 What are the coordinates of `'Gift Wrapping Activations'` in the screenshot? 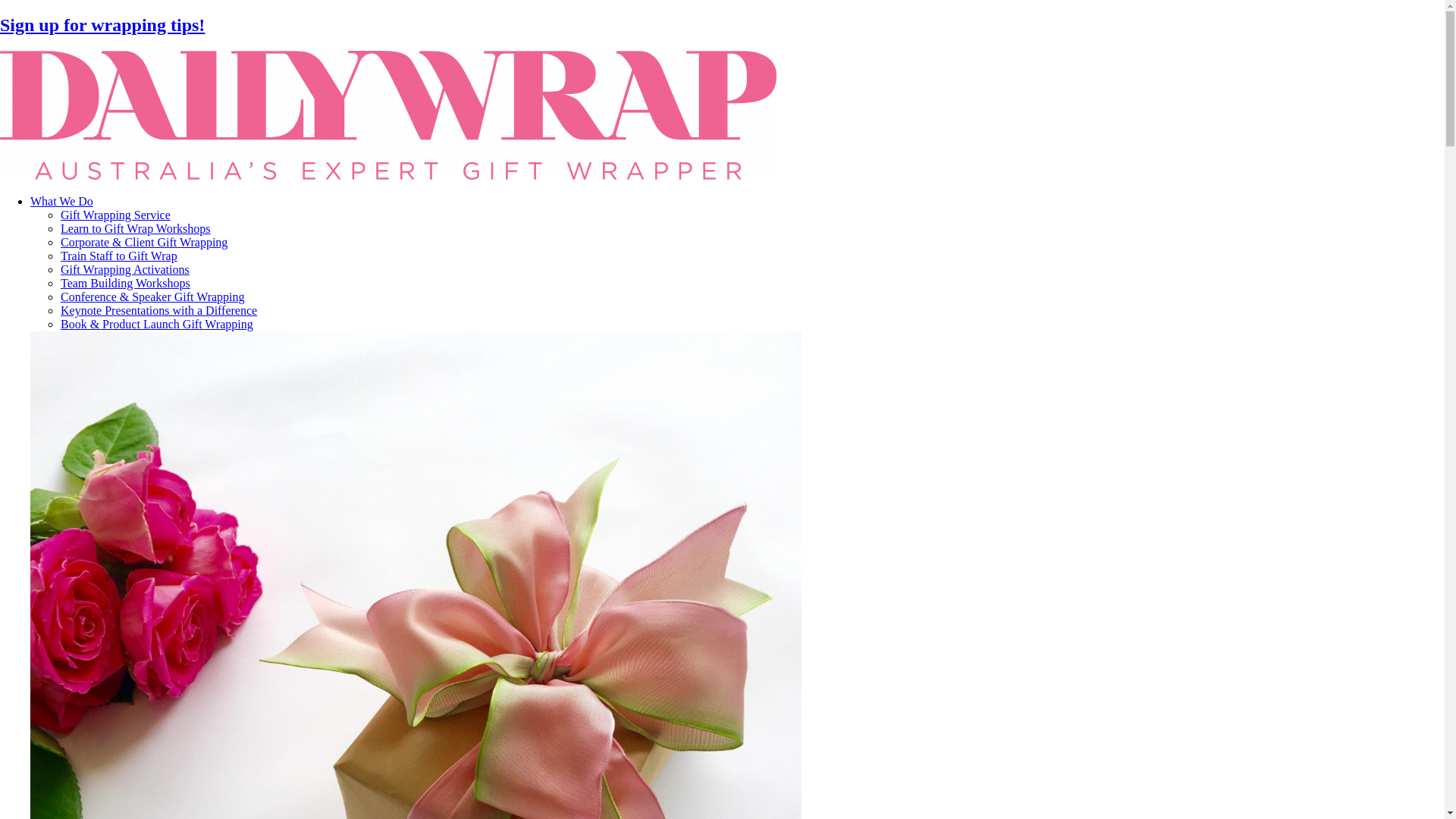 It's located at (124, 268).